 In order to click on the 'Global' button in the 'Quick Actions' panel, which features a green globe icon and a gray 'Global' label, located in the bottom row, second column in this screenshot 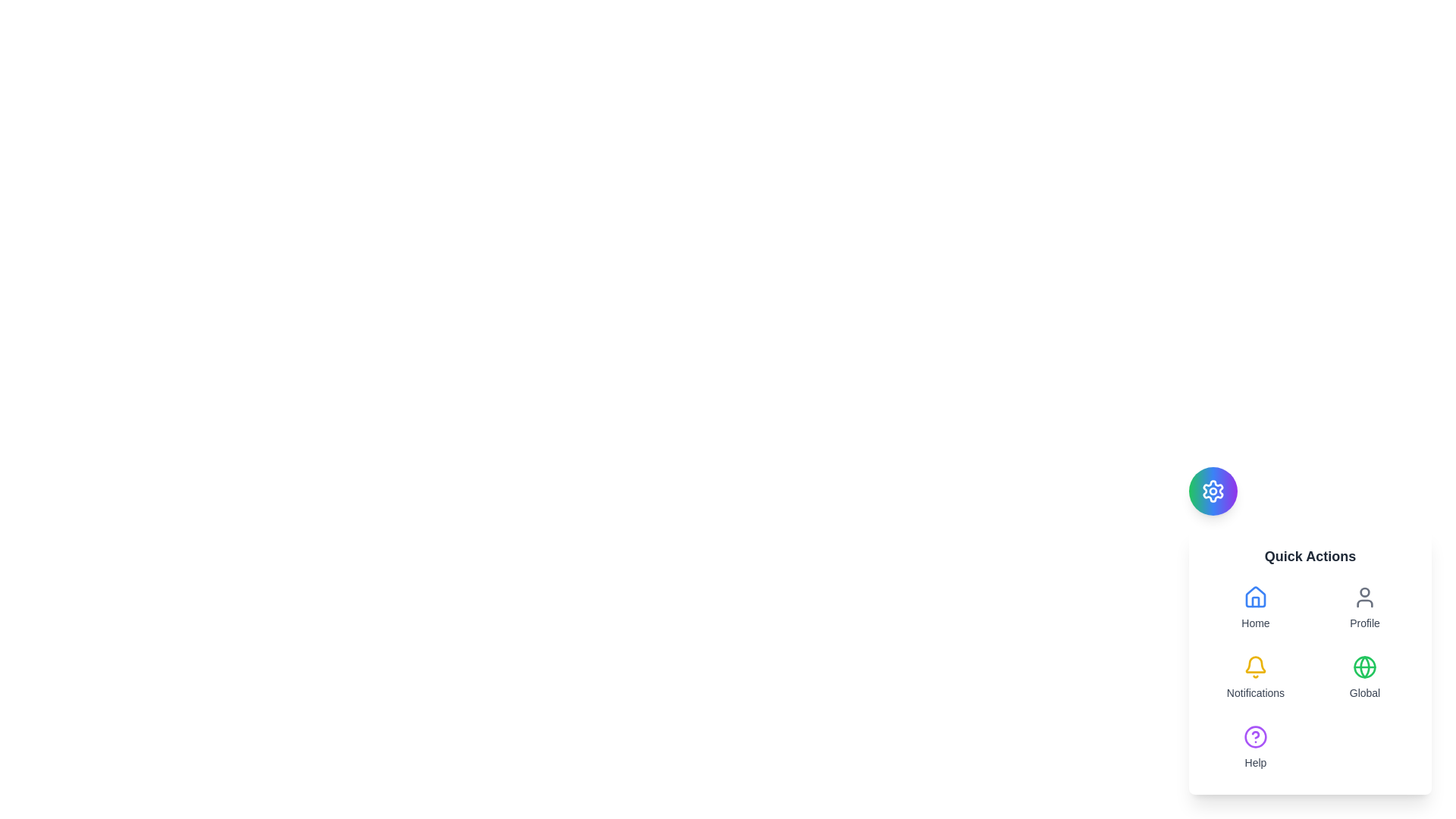, I will do `click(1365, 677)`.